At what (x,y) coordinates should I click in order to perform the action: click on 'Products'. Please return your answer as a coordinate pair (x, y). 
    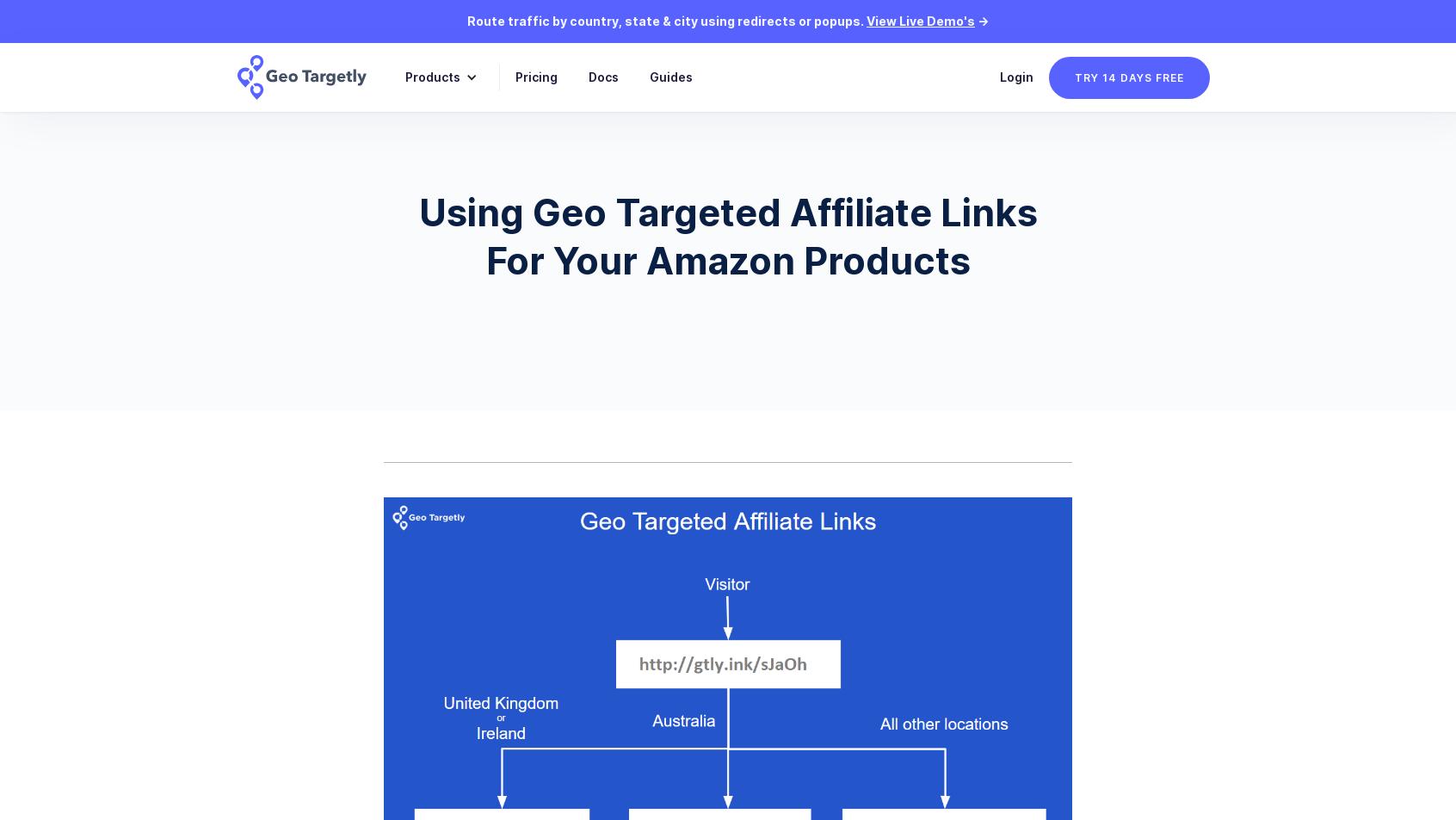
    Looking at the image, I should click on (404, 76).